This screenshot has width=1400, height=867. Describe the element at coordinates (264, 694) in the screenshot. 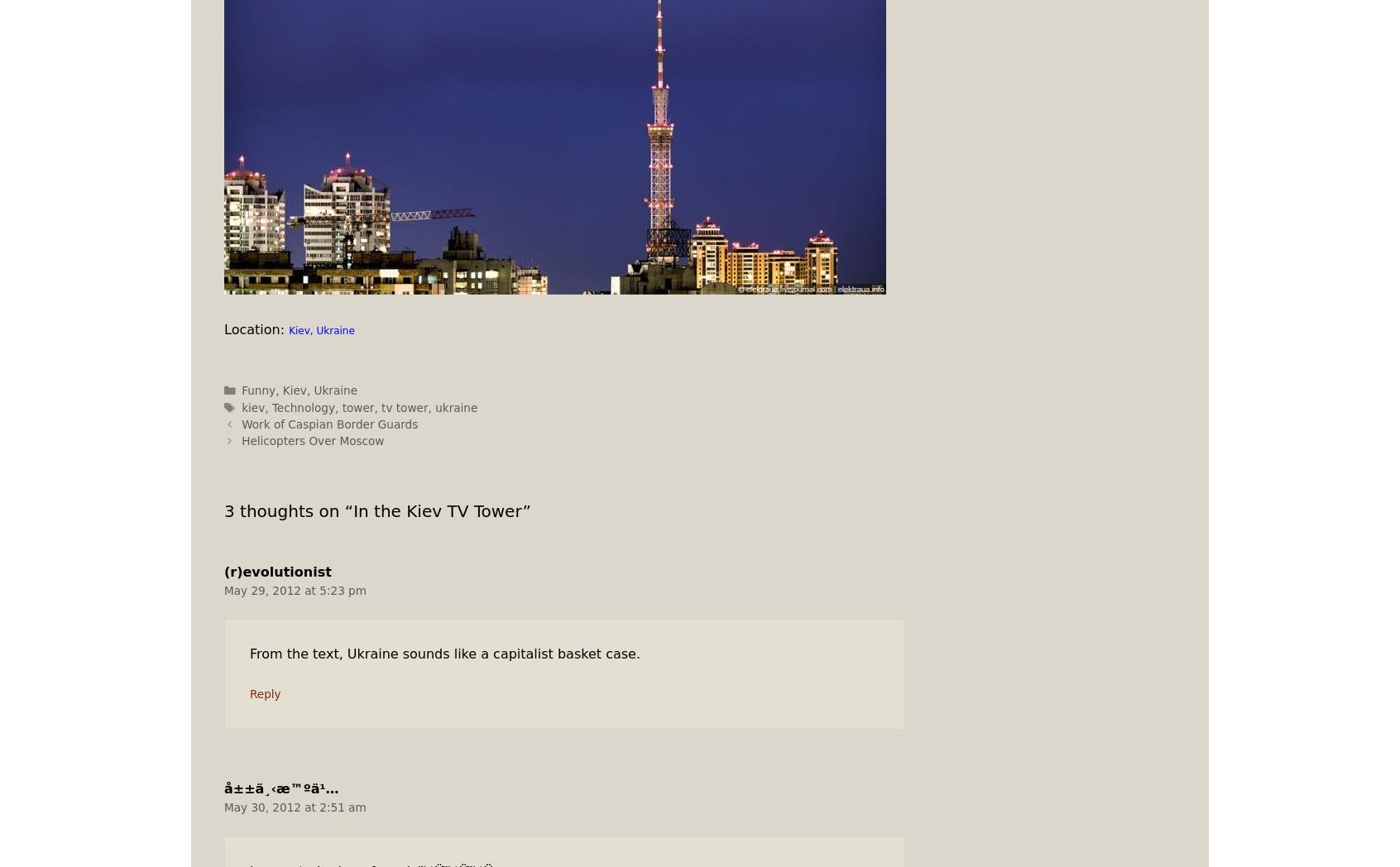

I see `'Reply'` at that location.